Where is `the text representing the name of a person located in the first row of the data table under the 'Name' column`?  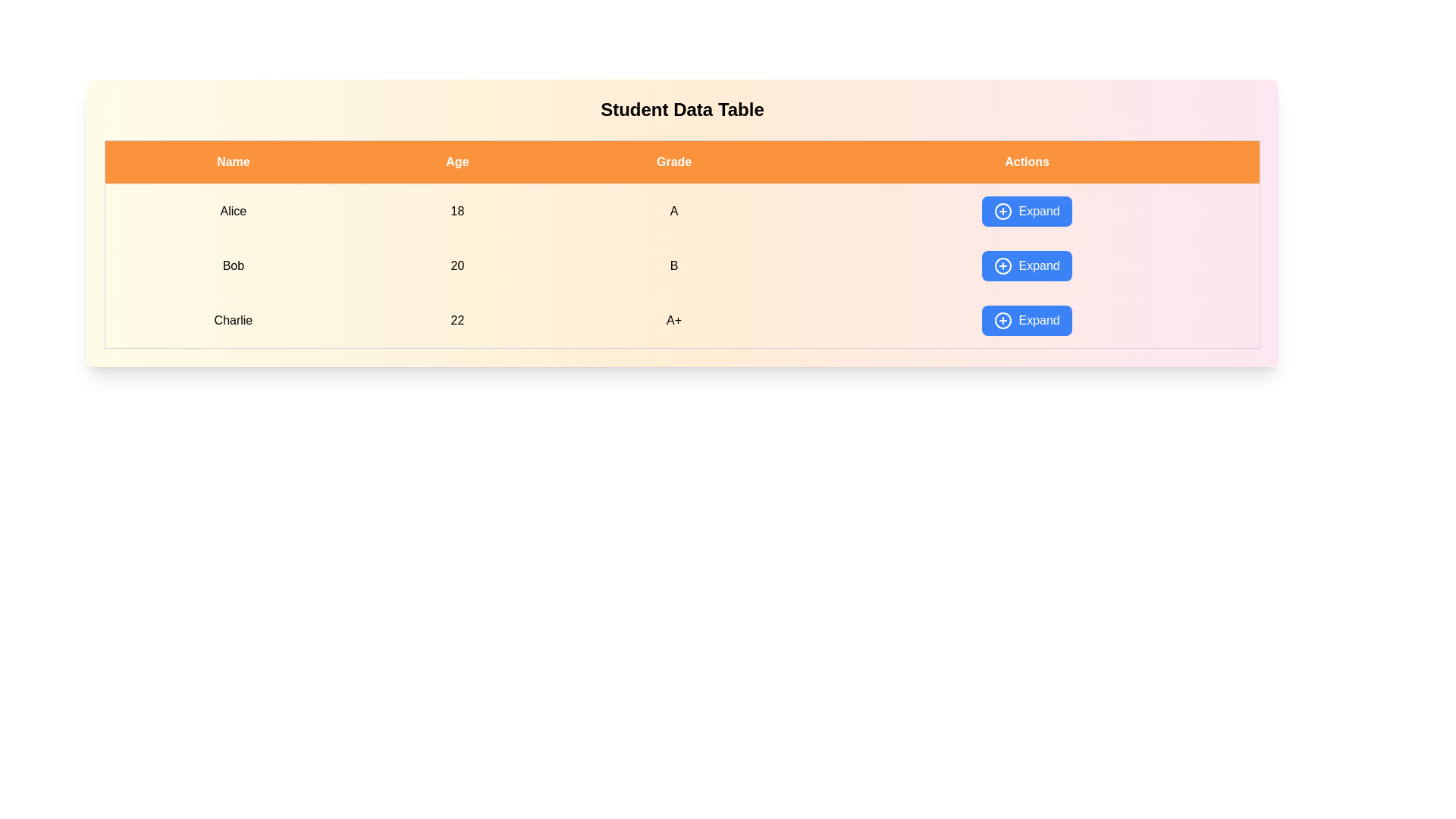
the text representing the name of a person located in the first row of the data table under the 'Name' column is located at coordinates (232, 211).